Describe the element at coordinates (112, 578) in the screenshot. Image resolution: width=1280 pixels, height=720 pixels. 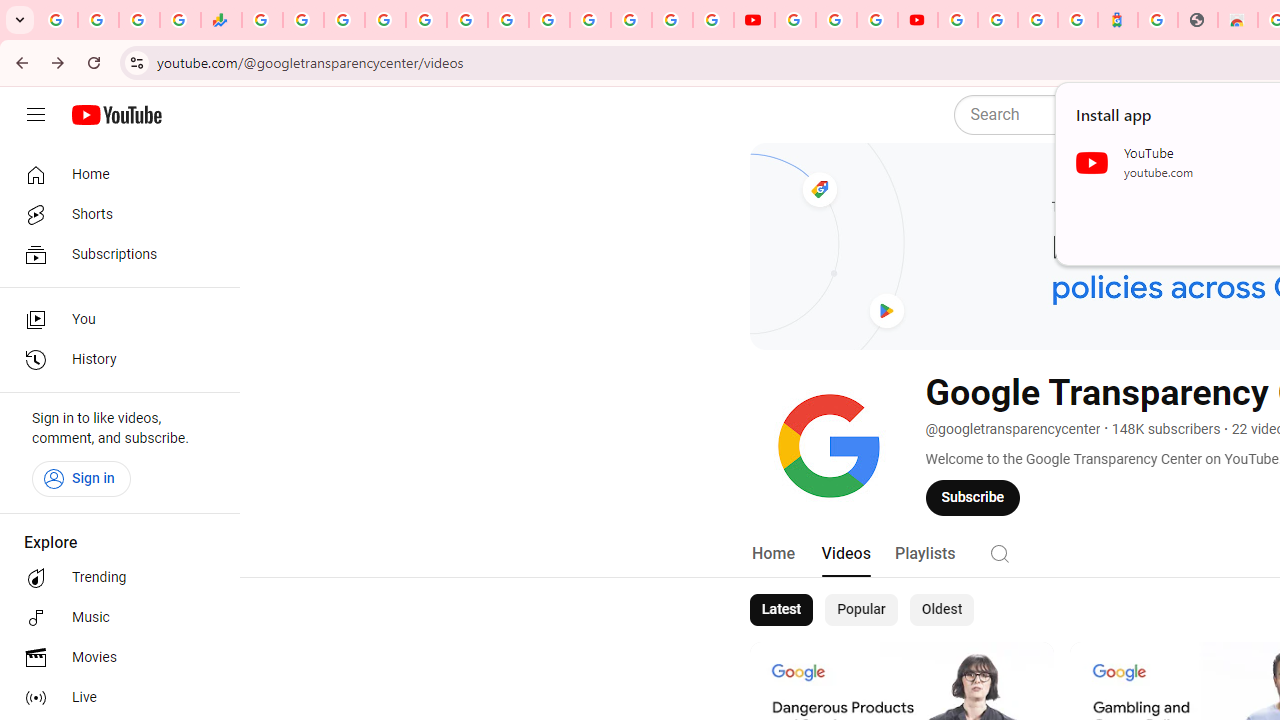
I see `'Trending'` at that location.